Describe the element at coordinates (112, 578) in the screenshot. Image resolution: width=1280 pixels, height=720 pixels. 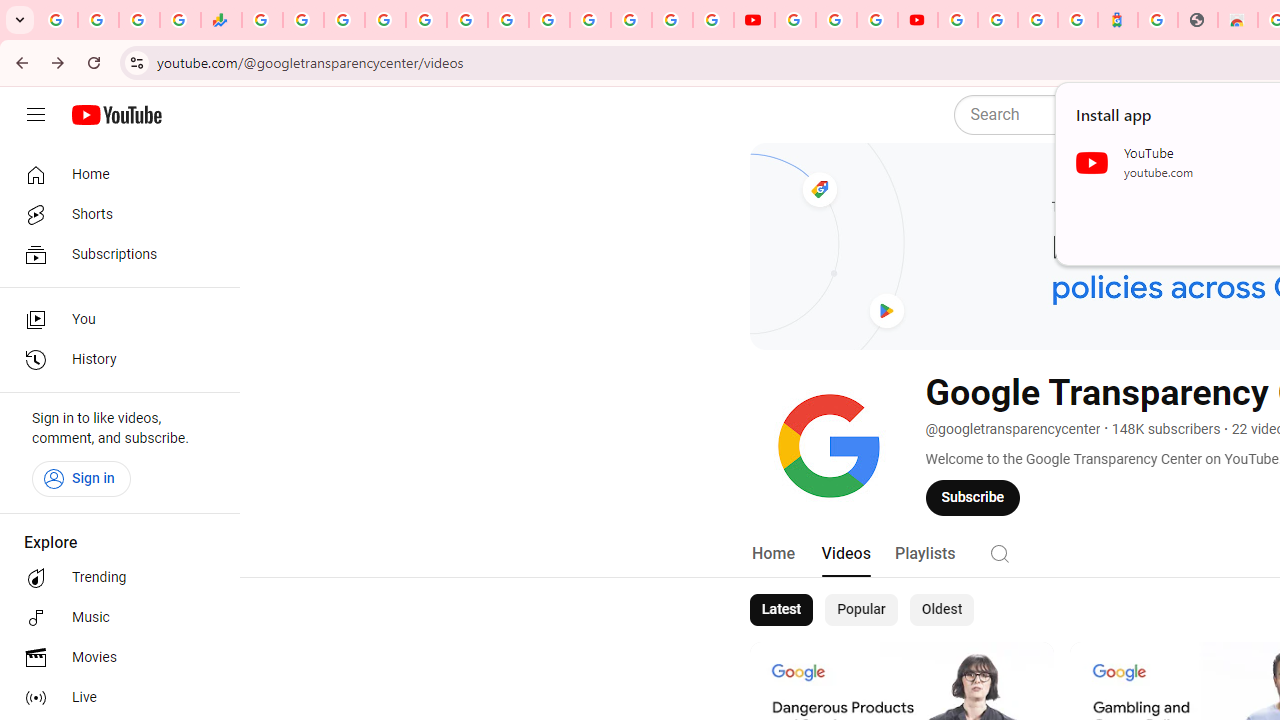
I see `'Trending'` at that location.